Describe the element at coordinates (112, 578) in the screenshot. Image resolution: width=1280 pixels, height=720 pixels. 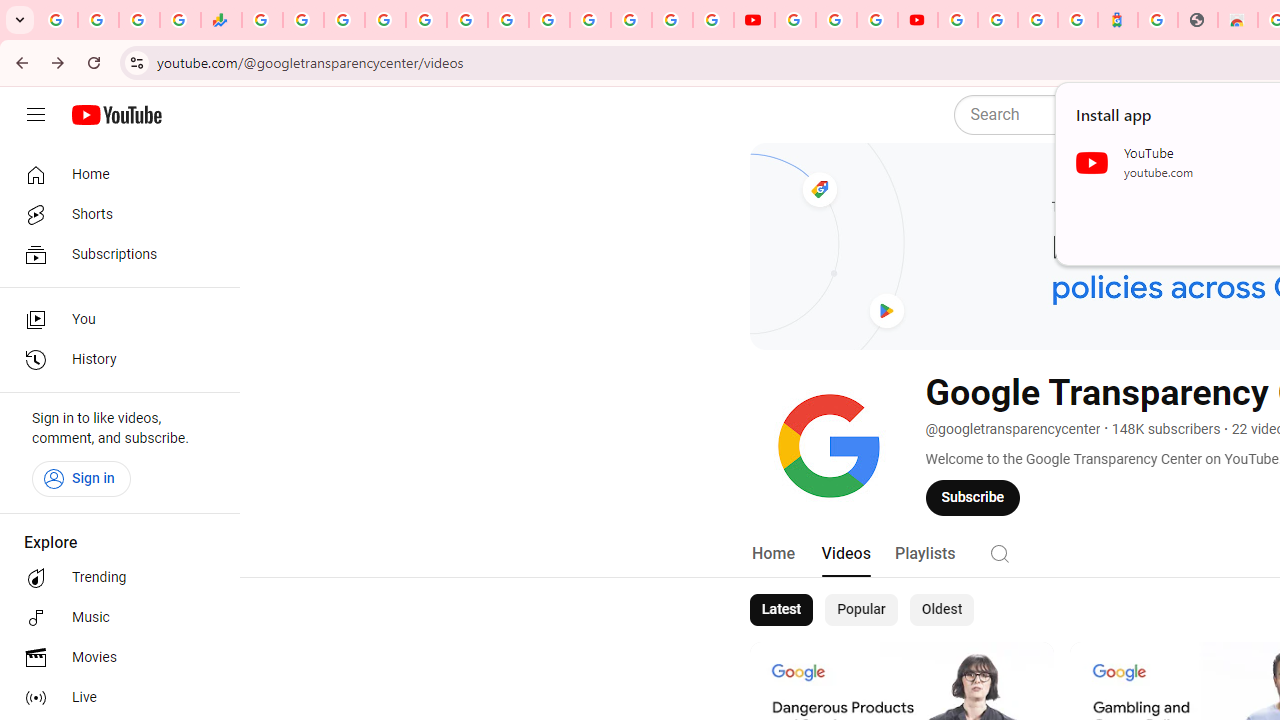
I see `'Trending'` at that location.